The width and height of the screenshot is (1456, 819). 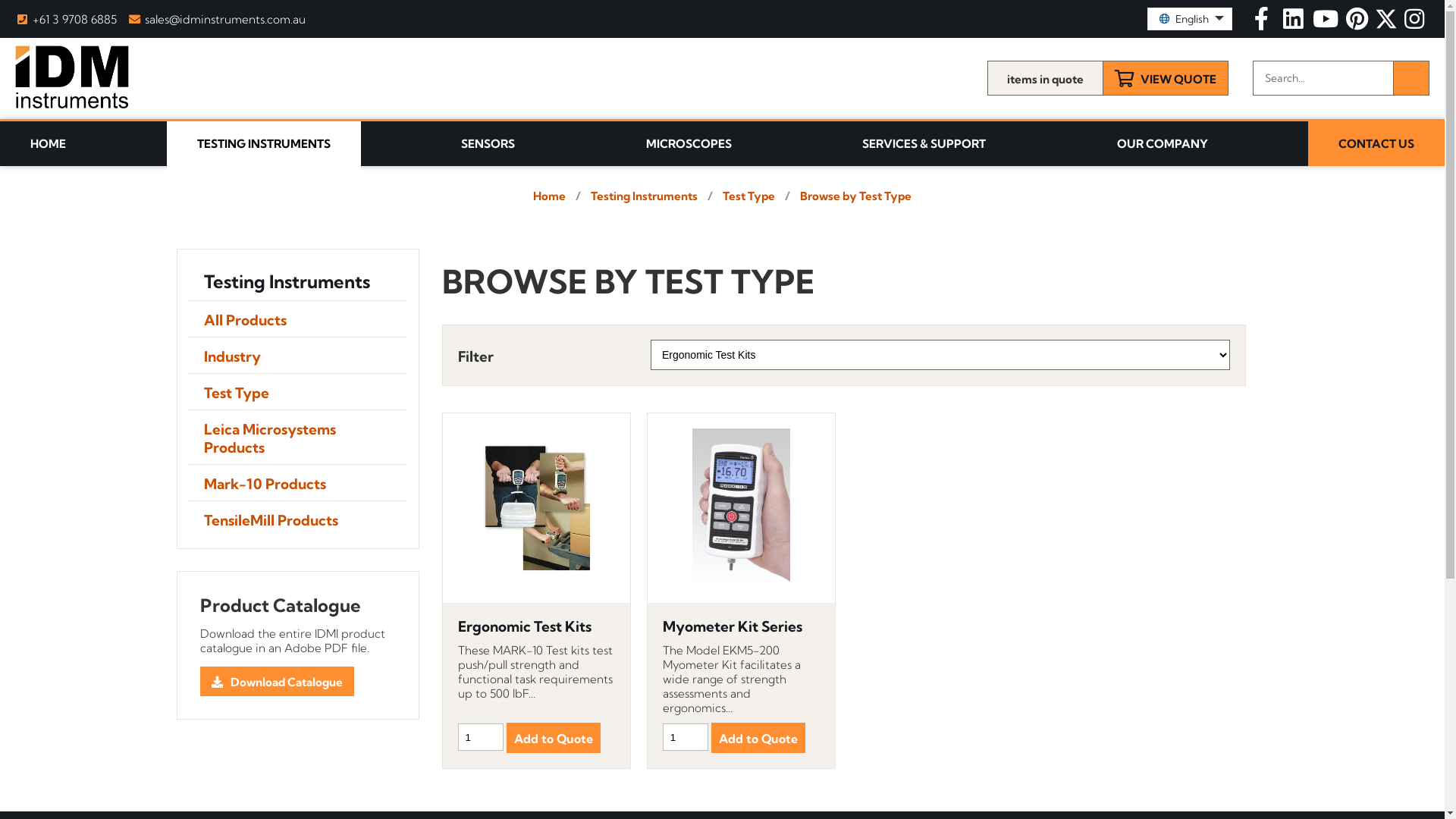 I want to click on 'IDM Instruments on Facebook', so click(x=1263, y=23).